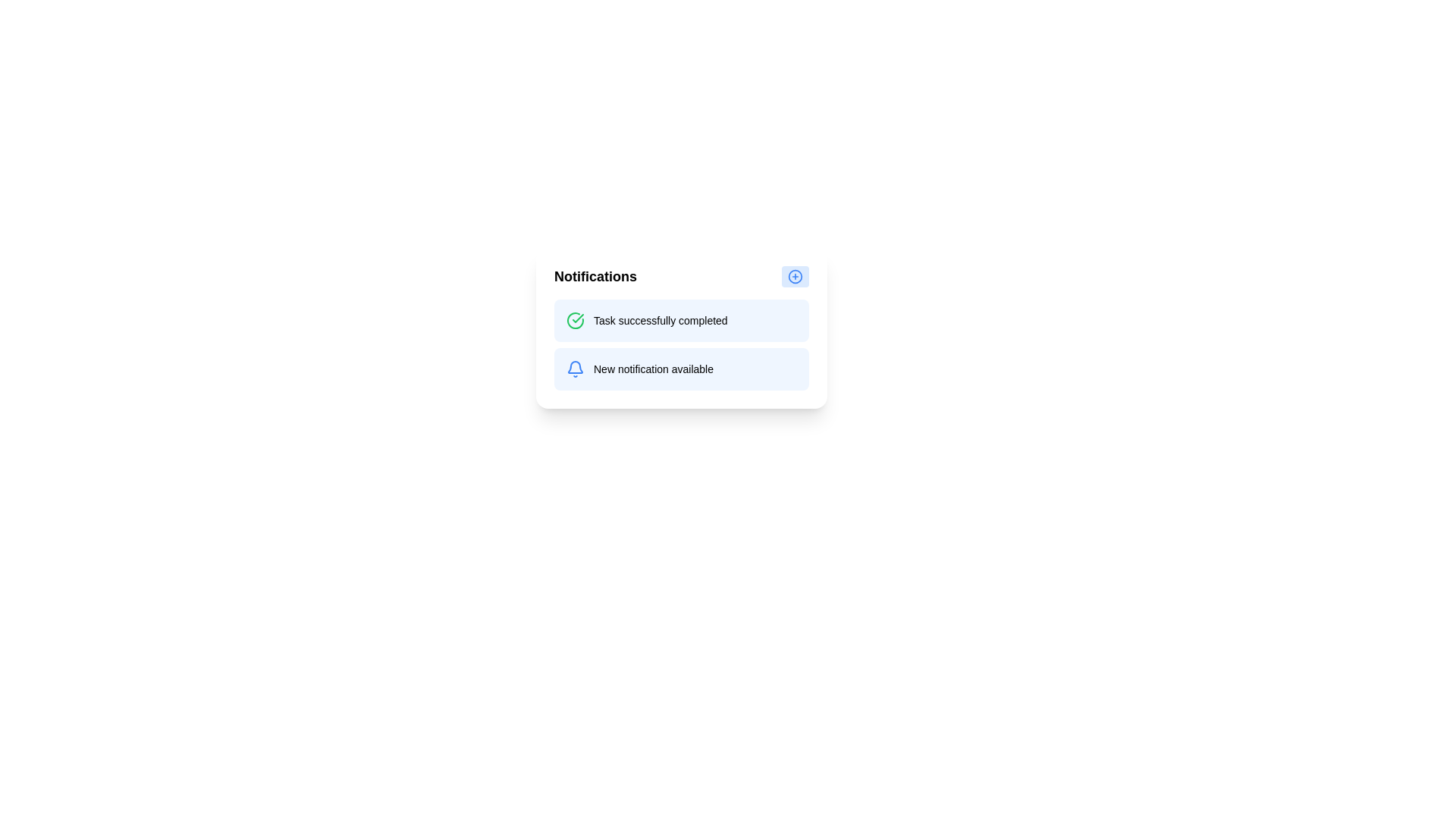 The image size is (1456, 819). What do you see at coordinates (661, 320) in the screenshot?
I see `the success notification text label indicating task completion, located to the right of the green checkmark icon` at bounding box center [661, 320].